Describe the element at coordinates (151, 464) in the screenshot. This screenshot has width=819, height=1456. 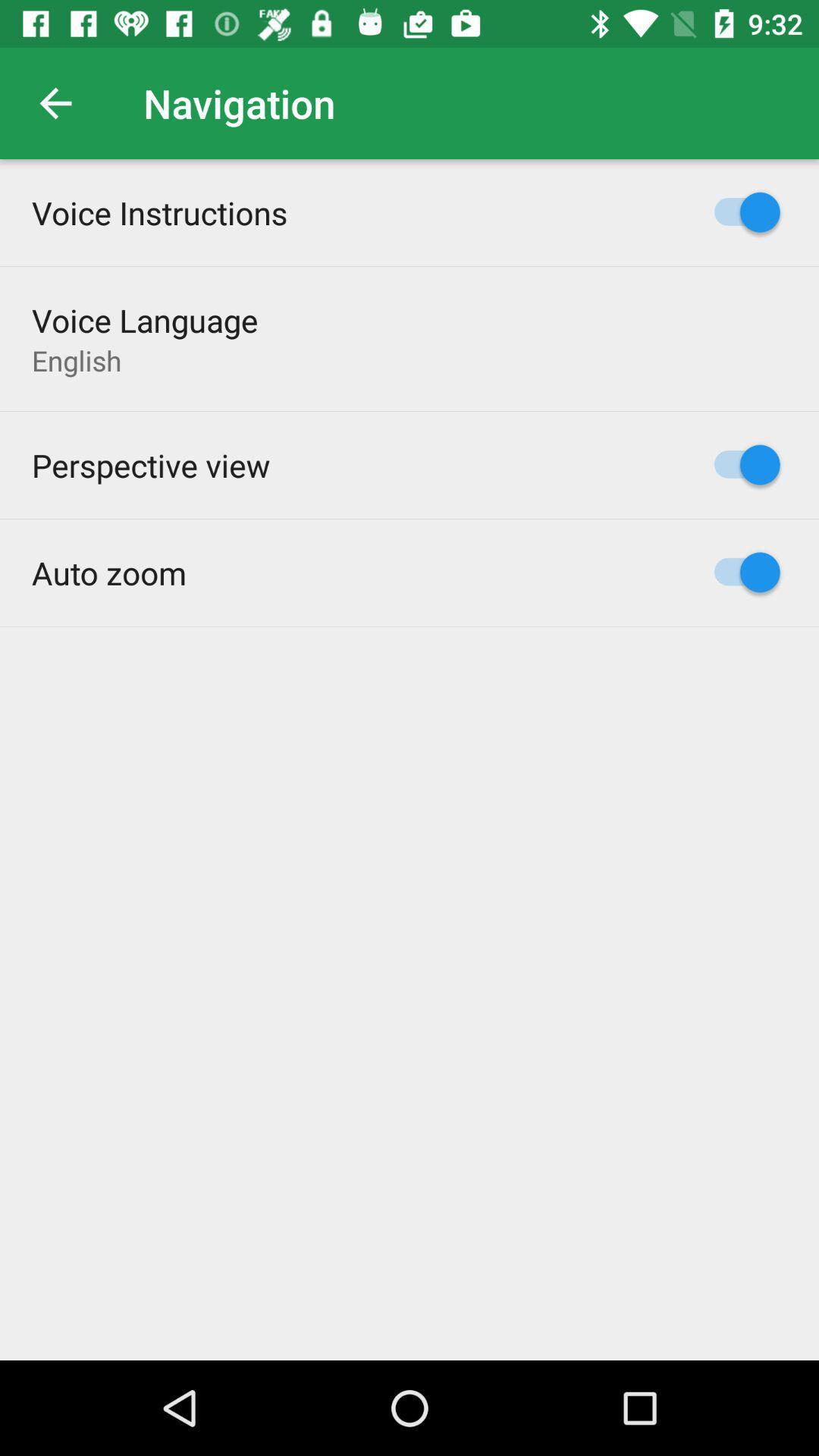
I see `icon below the english item` at that location.